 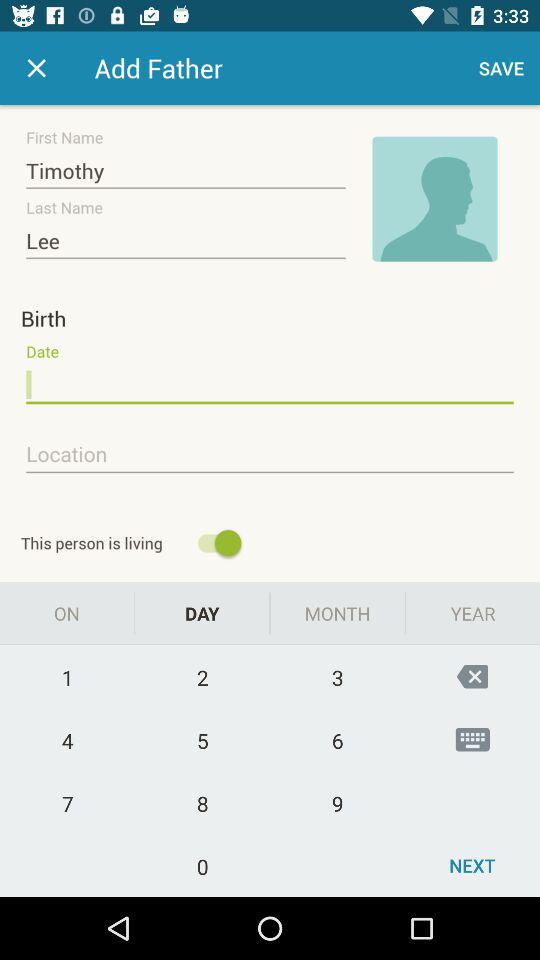 I want to click on button, so click(x=36, y=68).